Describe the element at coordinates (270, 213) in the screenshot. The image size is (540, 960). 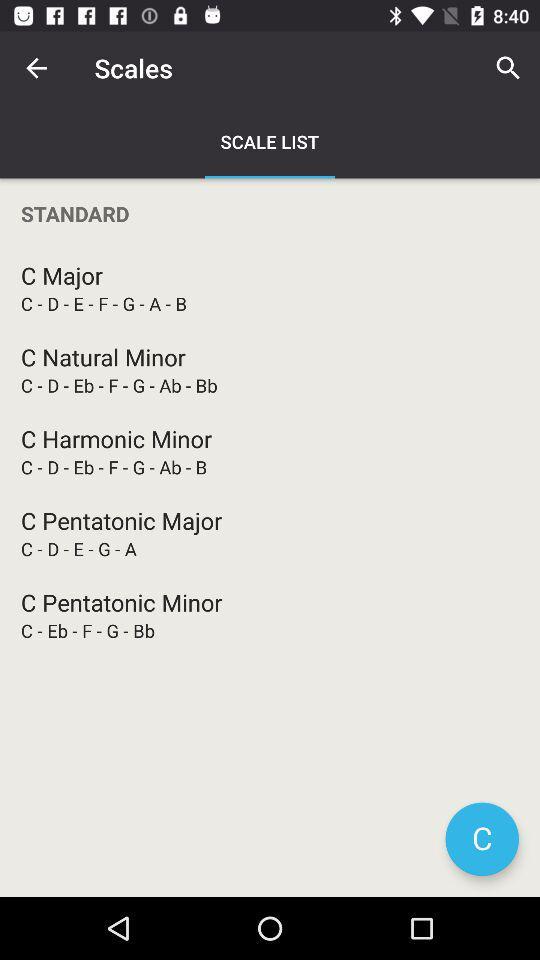
I see `the item above c major` at that location.